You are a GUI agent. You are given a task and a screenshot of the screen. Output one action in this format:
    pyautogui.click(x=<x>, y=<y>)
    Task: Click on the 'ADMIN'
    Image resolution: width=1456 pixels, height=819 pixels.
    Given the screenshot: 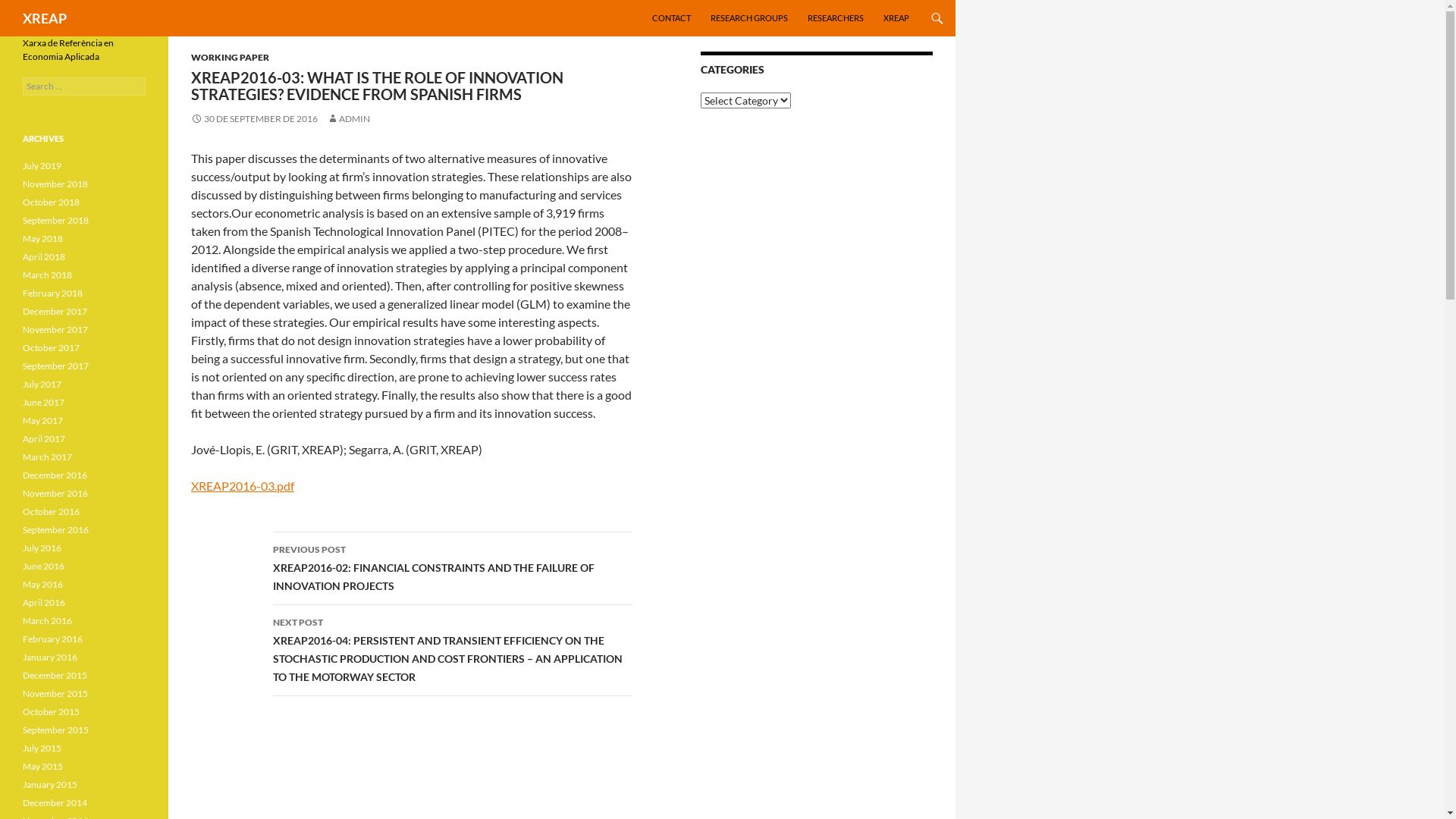 What is the action you would take?
    pyautogui.click(x=347, y=118)
    